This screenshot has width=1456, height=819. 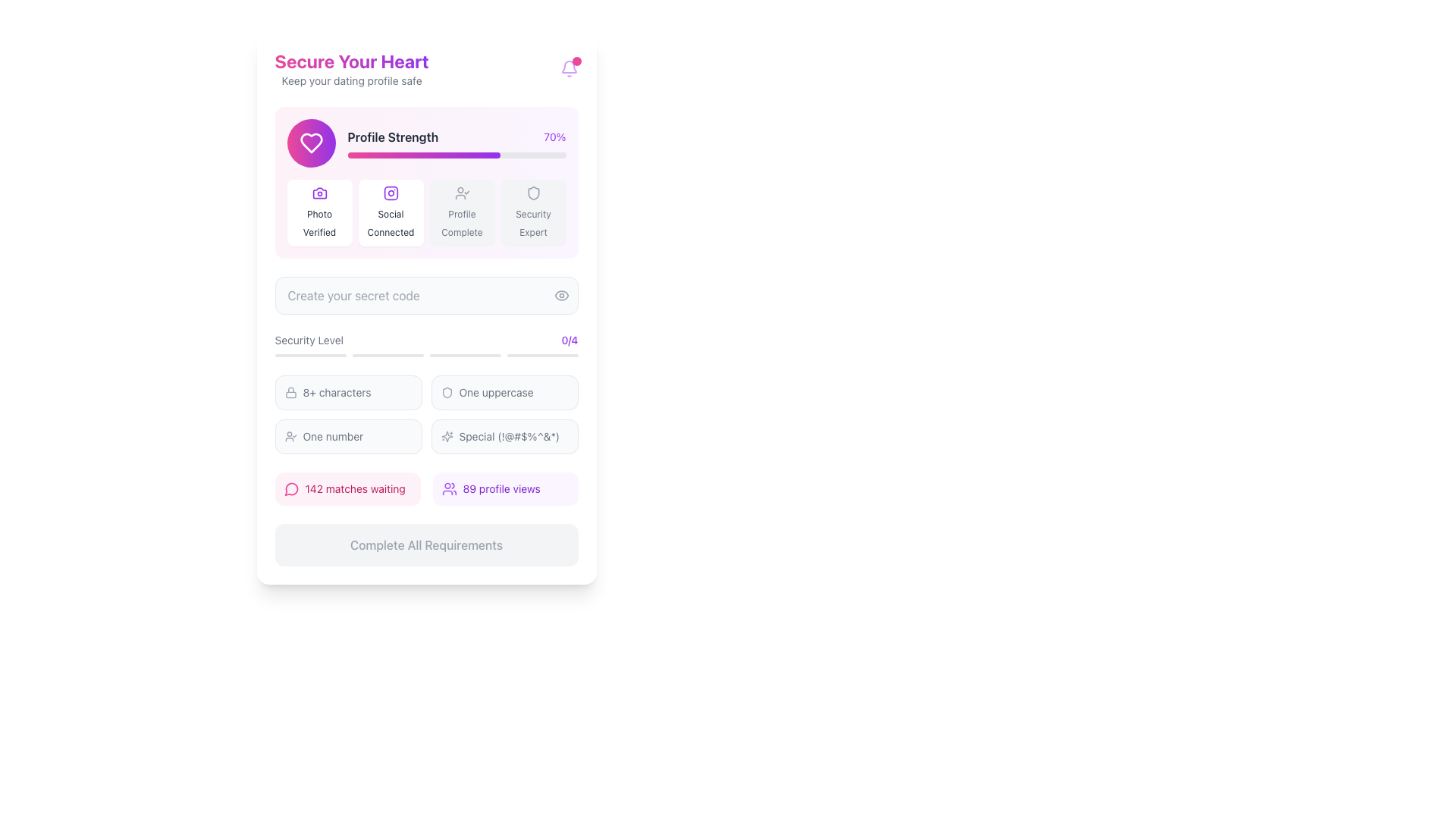 I want to click on the shield-shaped icon with a light gray outline, which is the fourth icon in a grid of four located below the 'Profile Strength' bar, so click(x=533, y=192).